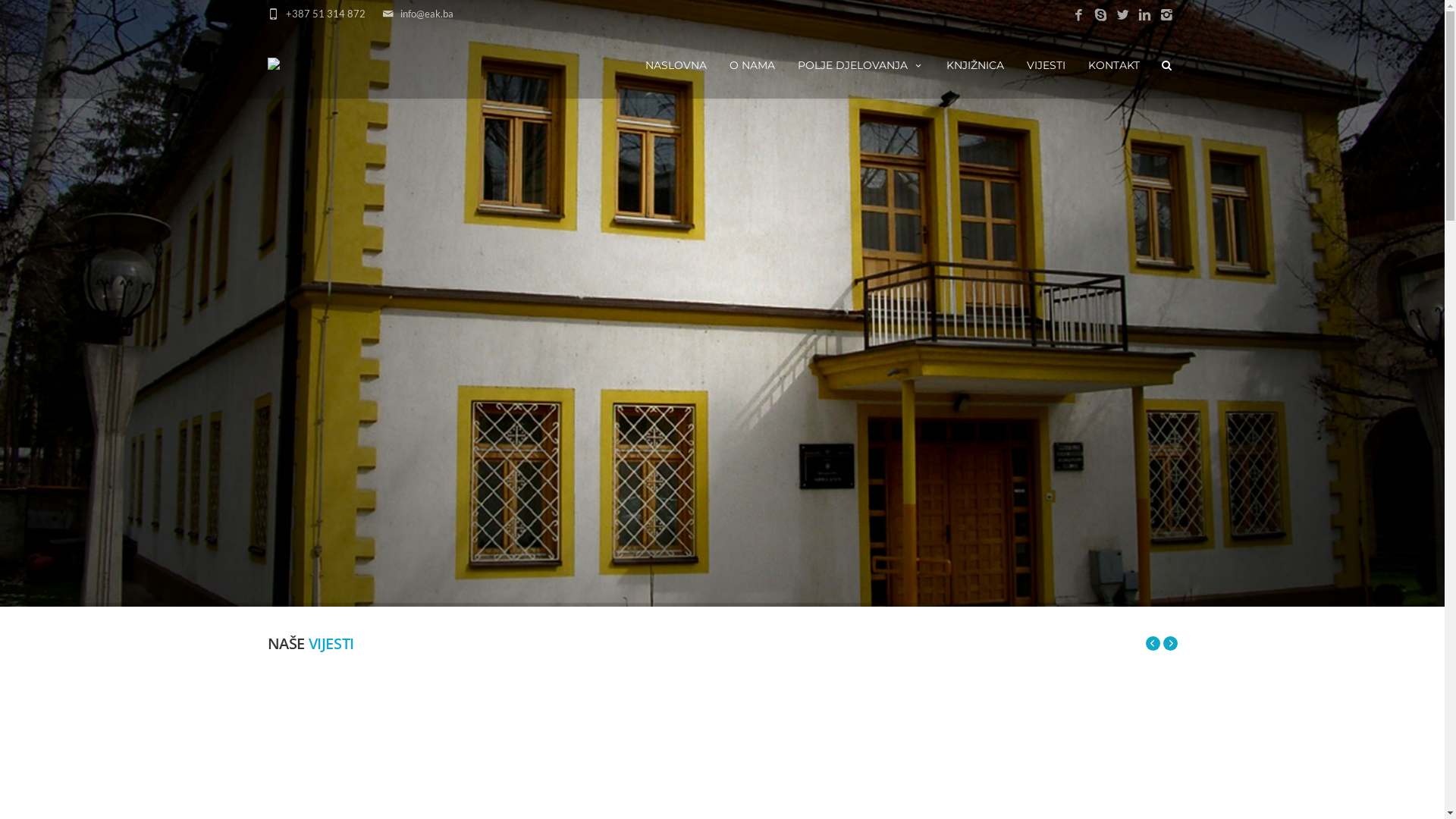 The height and width of the screenshot is (819, 1456). What do you see at coordinates (751, 63) in the screenshot?
I see `'O NAMA'` at bounding box center [751, 63].